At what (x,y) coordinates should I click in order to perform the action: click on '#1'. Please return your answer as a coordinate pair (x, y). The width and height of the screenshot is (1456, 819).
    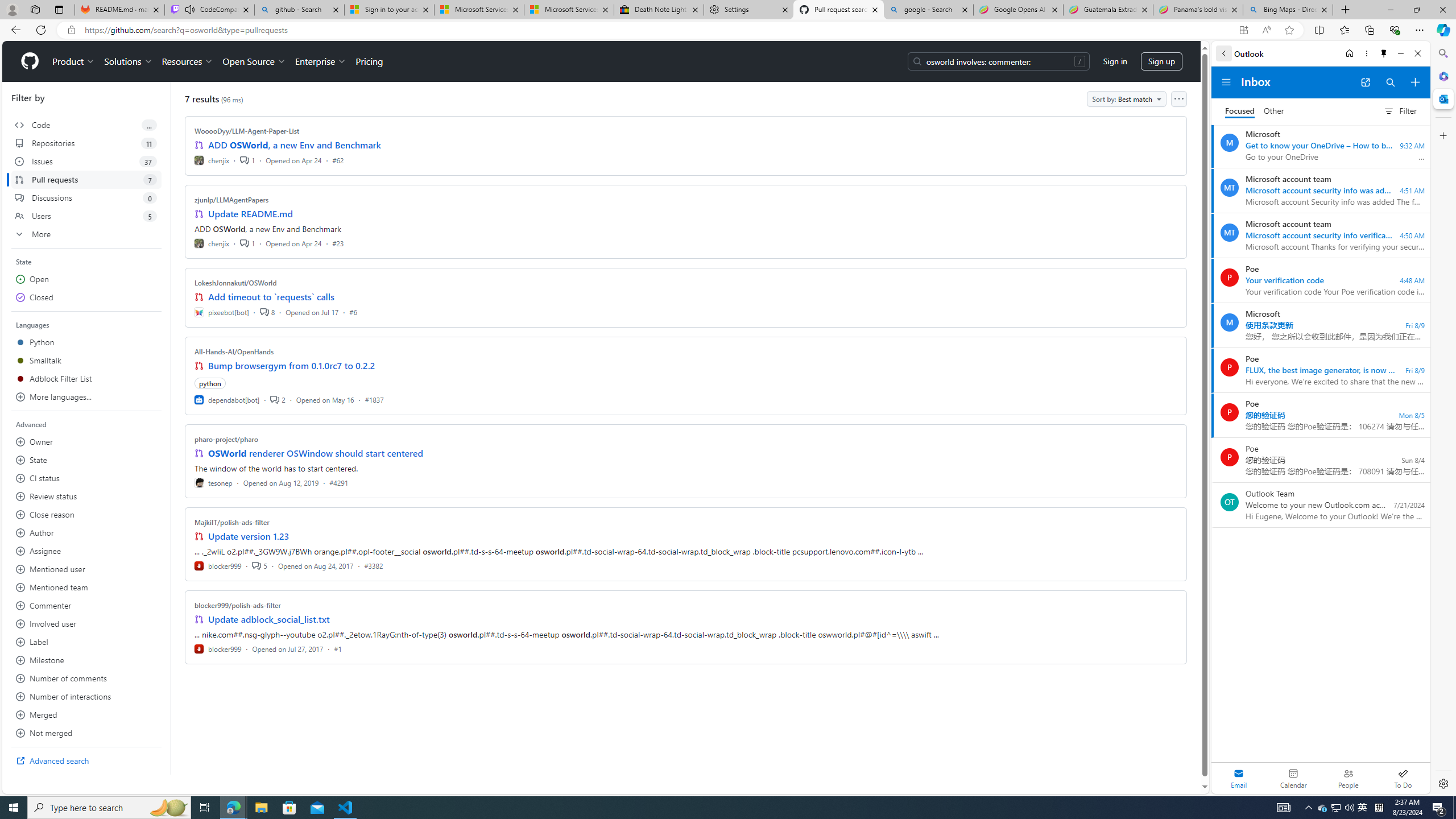
    Looking at the image, I should click on (337, 648).